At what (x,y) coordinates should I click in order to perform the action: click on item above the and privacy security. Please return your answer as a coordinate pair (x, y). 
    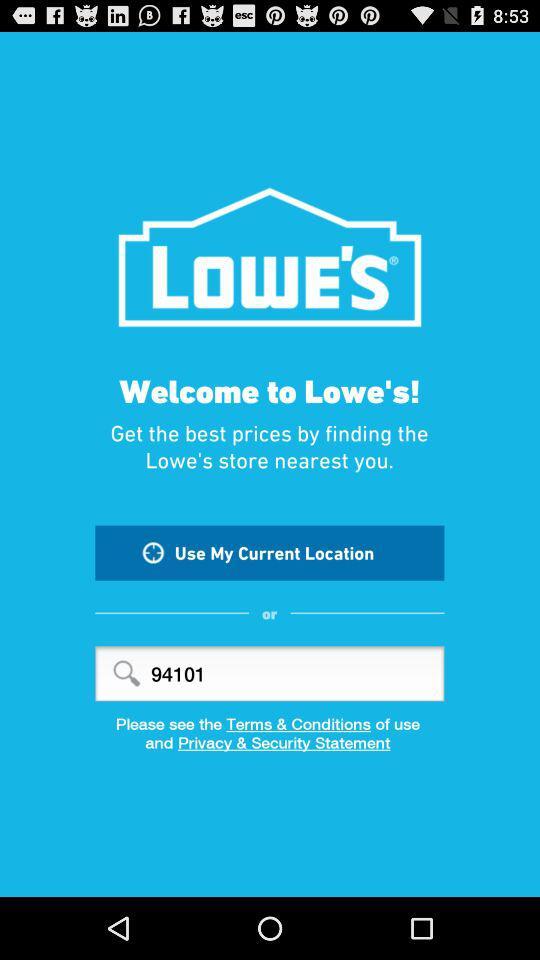
    Looking at the image, I should click on (270, 722).